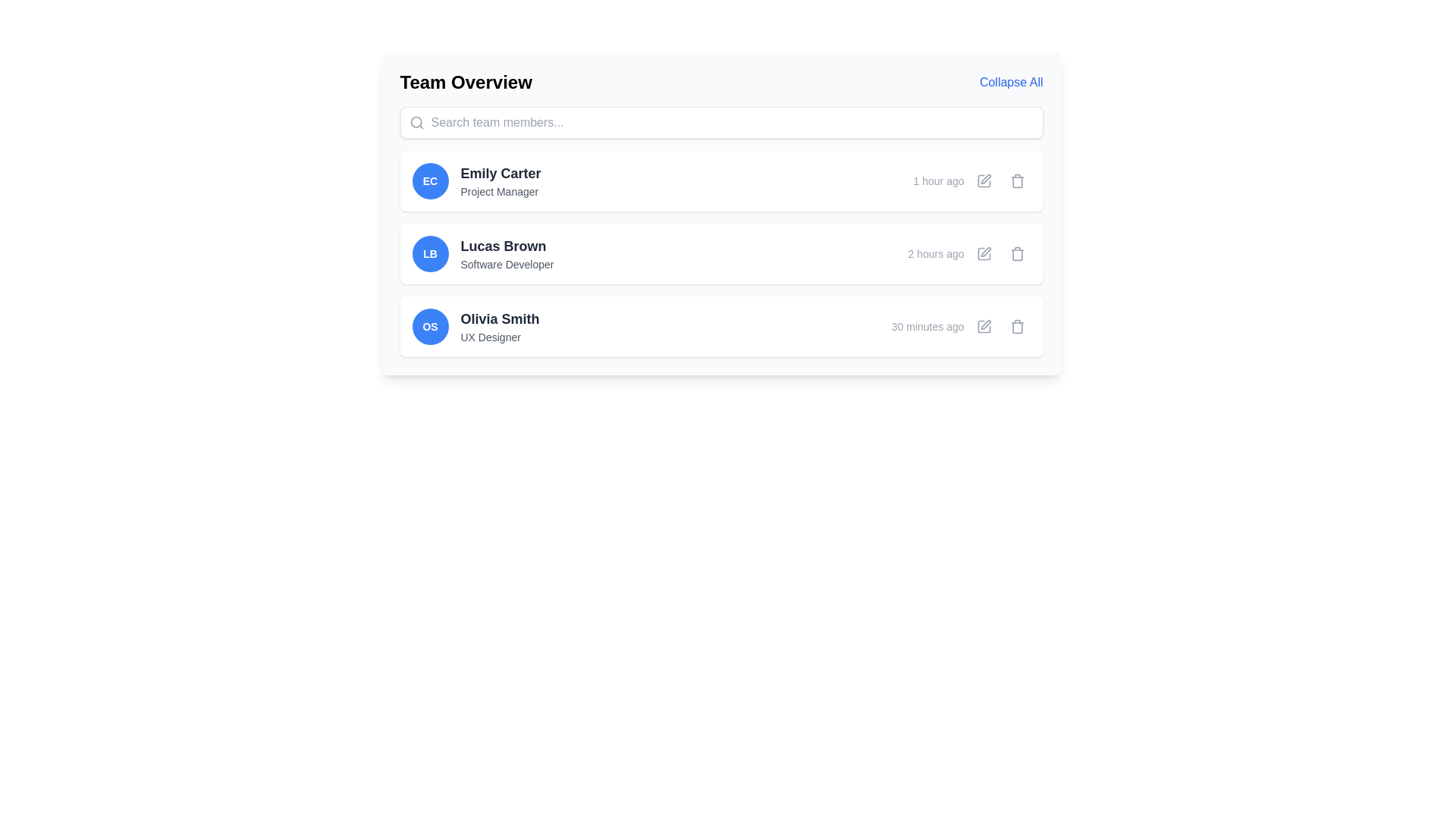 The width and height of the screenshot is (1456, 819). Describe the element at coordinates (507, 263) in the screenshot. I see `the 'Software Developer' text label located below the name 'Lucas Brown' in the team member card` at that location.